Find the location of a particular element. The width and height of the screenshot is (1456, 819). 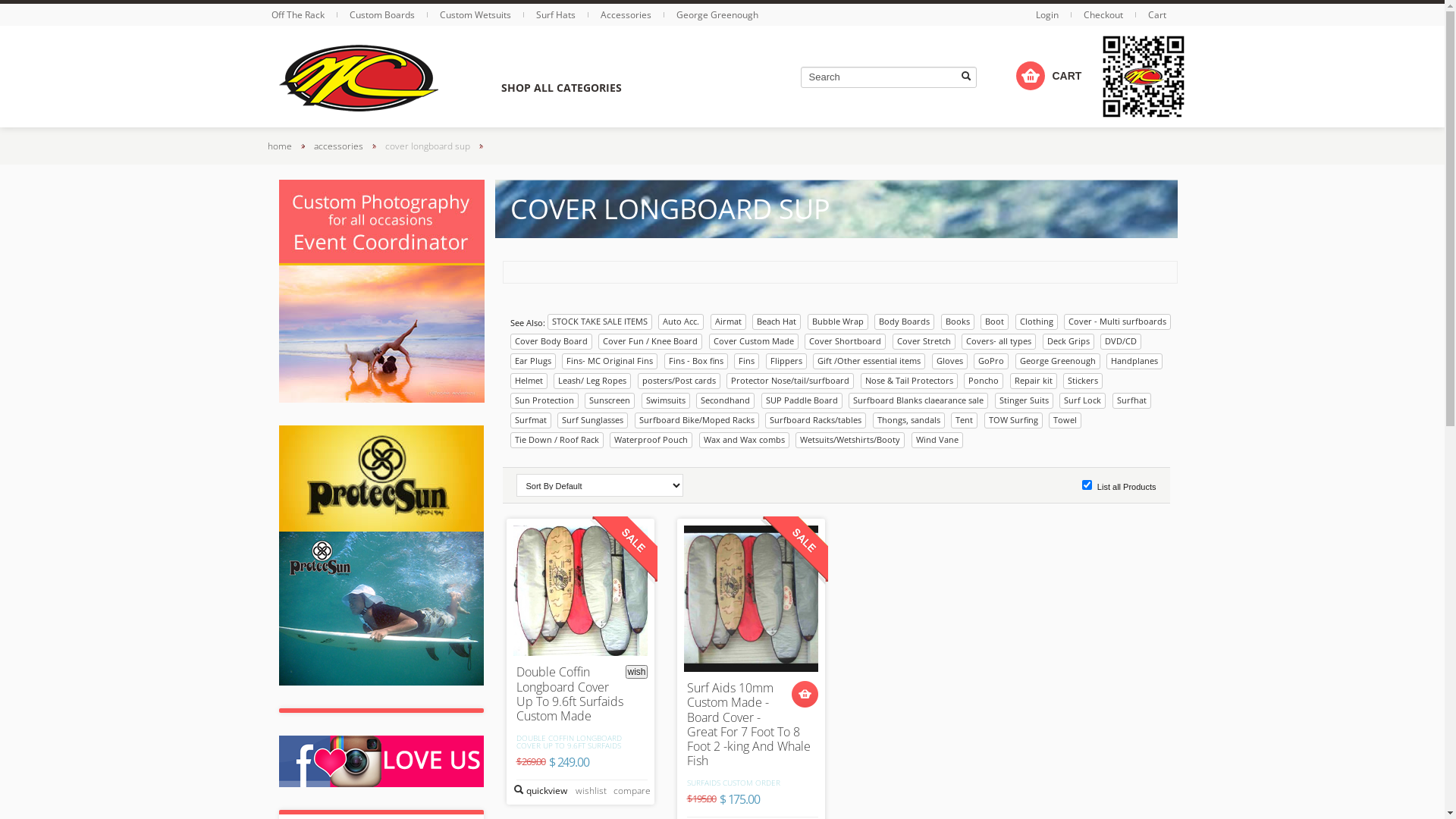

'CART' is located at coordinates (1030, 76).